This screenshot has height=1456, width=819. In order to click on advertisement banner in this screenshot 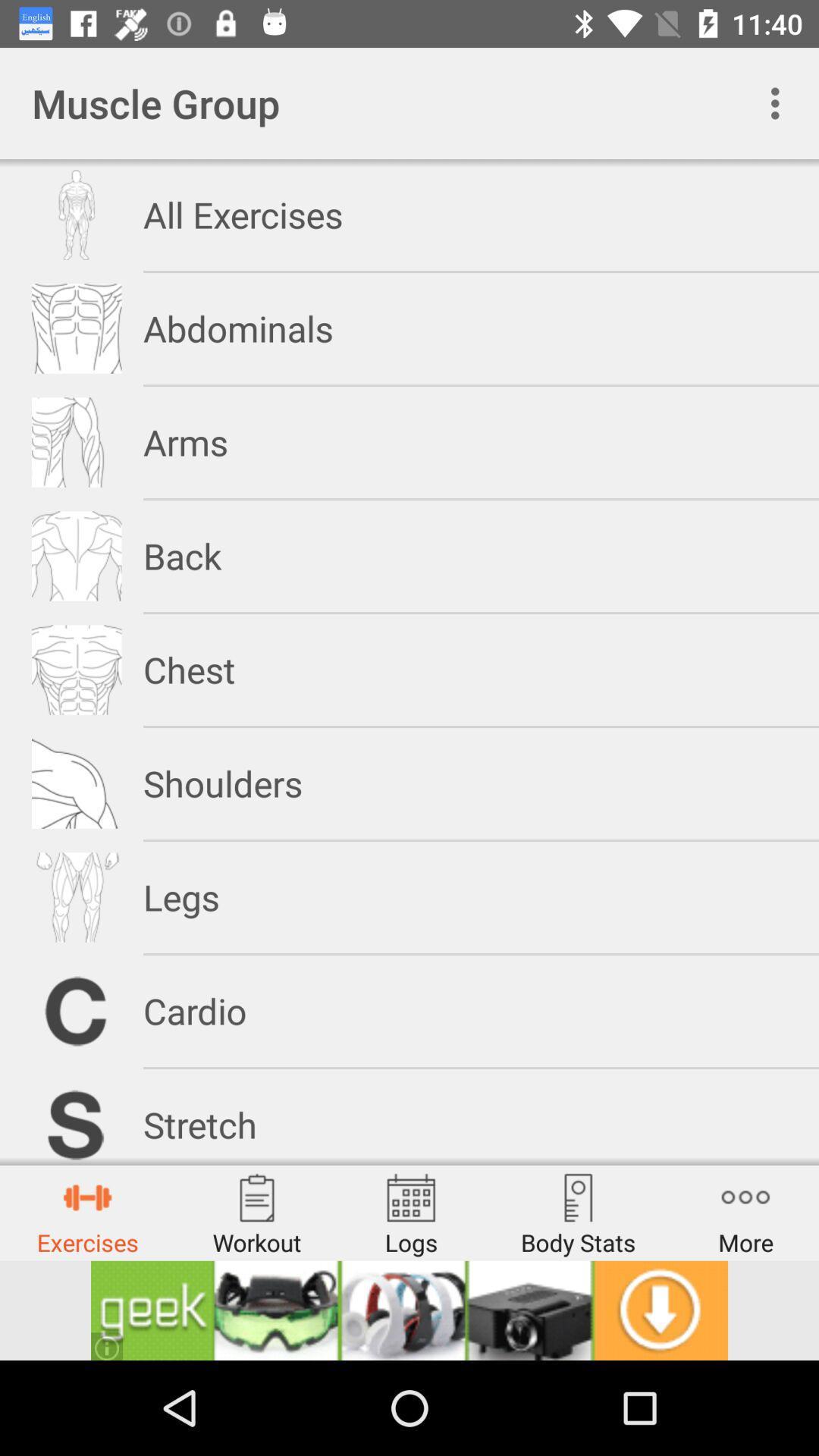, I will do `click(409, 1310)`.